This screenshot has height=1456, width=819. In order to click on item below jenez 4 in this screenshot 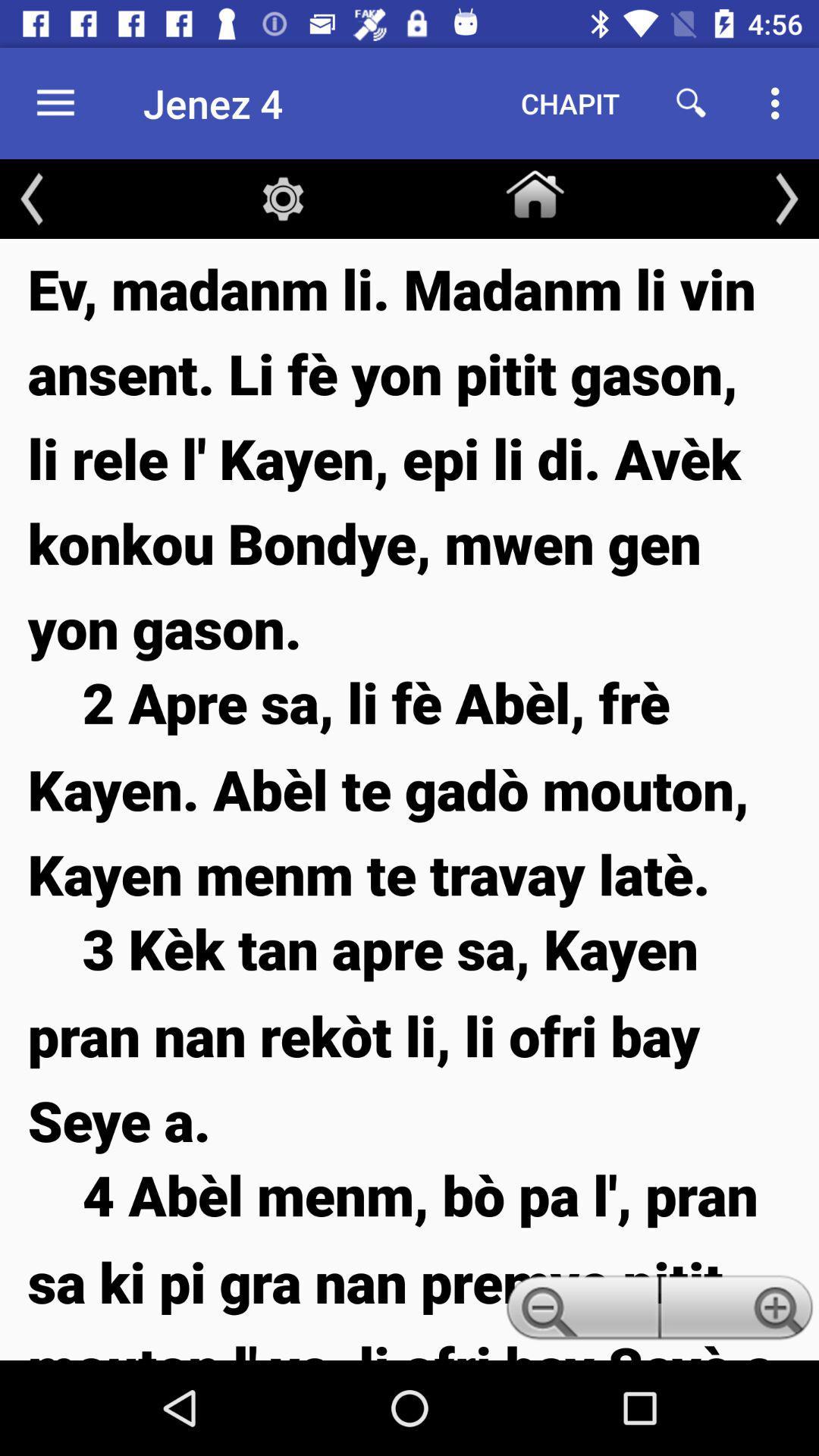, I will do `click(283, 198)`.